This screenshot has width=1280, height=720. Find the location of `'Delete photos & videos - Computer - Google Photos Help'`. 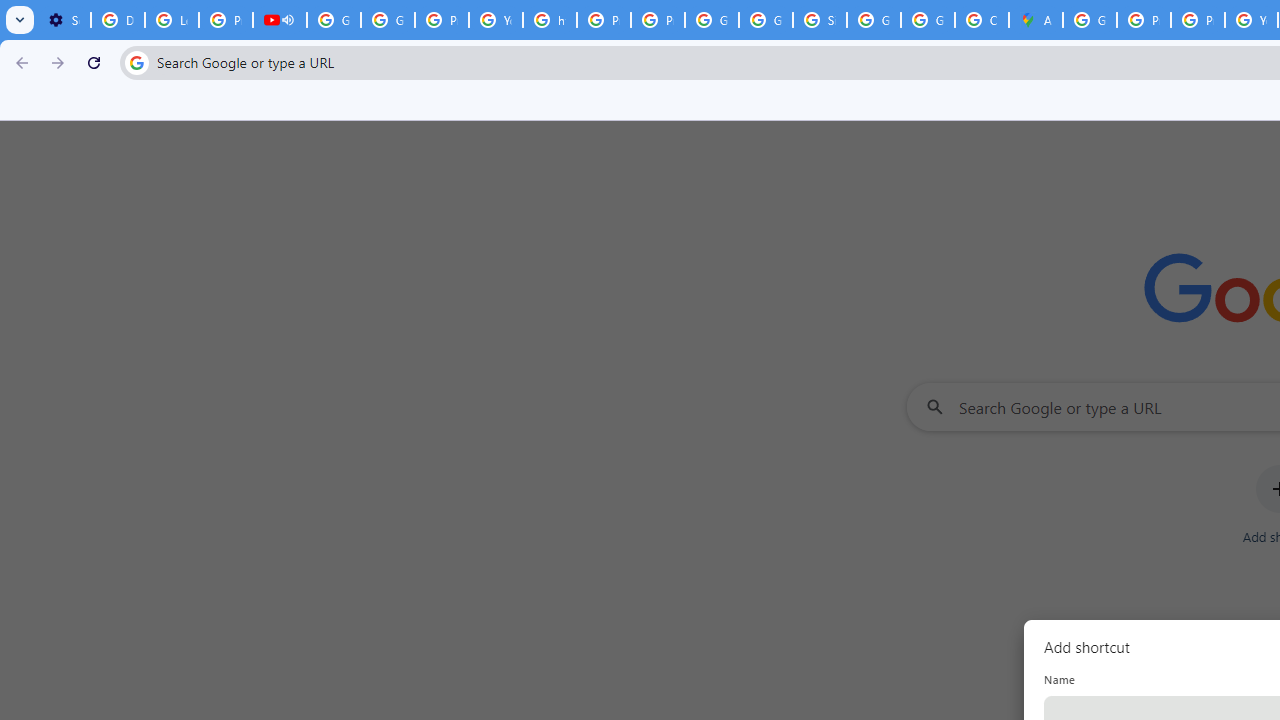

'Delete photos & videos - Computer - Google Photos Help' is located at coordinates (116, 20).